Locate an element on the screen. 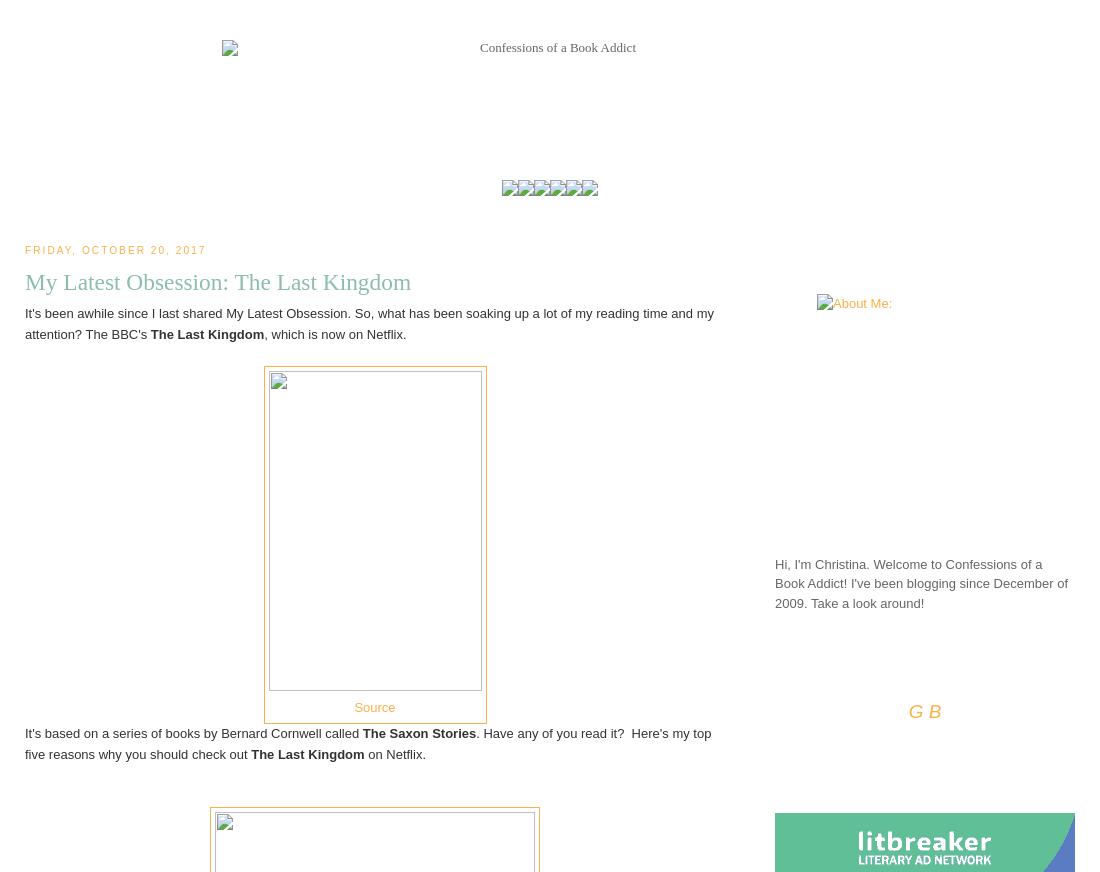 The height and width of the screenshot is (872, 1100). 'Friday, October 20, 2017' is located at coordinates (115, 249).